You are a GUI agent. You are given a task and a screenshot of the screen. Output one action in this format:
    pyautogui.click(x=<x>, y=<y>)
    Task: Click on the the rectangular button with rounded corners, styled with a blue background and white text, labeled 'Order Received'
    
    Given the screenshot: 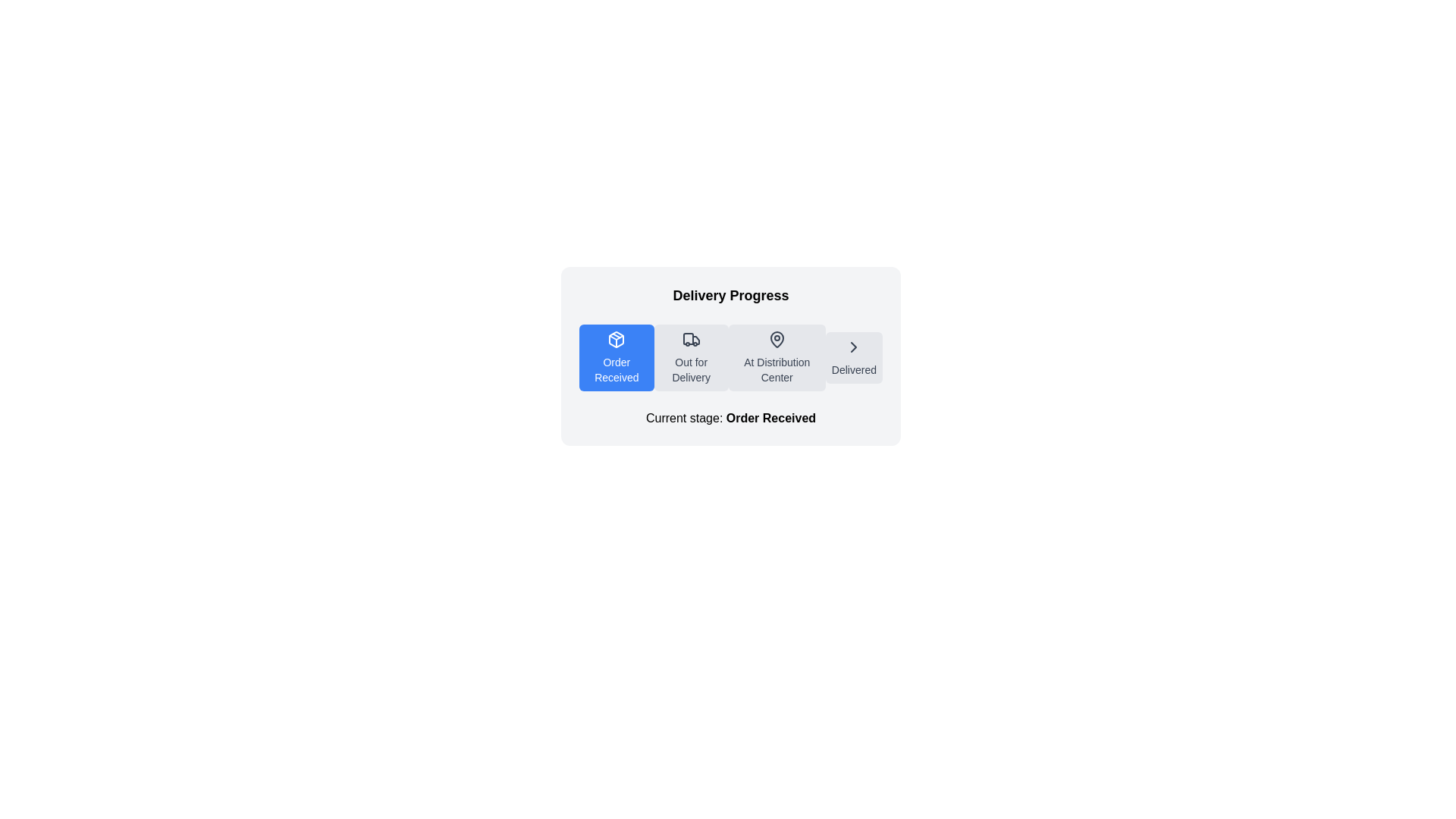 What is the action you would take?
    pyautogui.click(x=617, y=357)
    